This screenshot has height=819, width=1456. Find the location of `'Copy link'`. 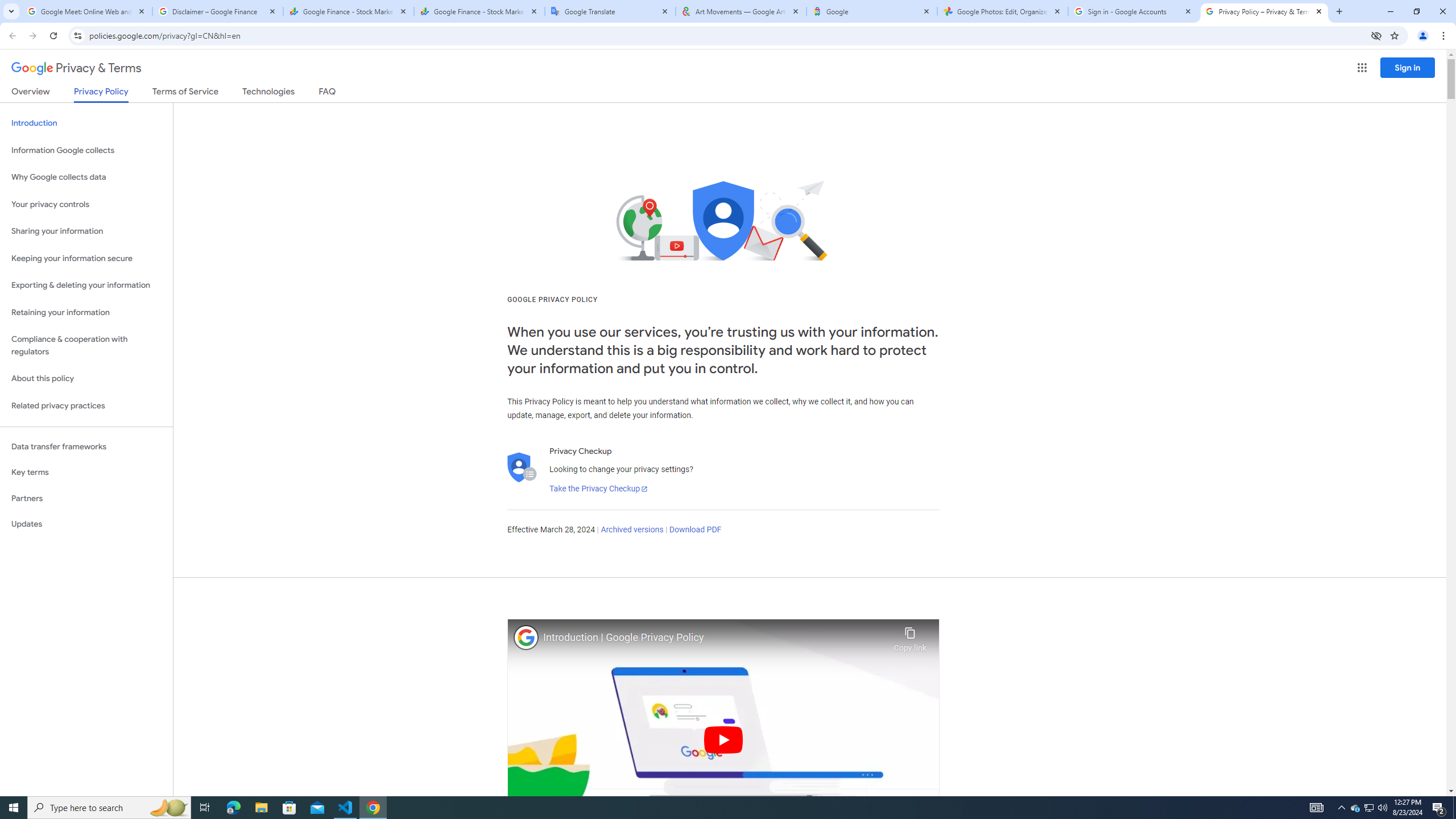

'Copy link' is located at coordinates (909, 636).